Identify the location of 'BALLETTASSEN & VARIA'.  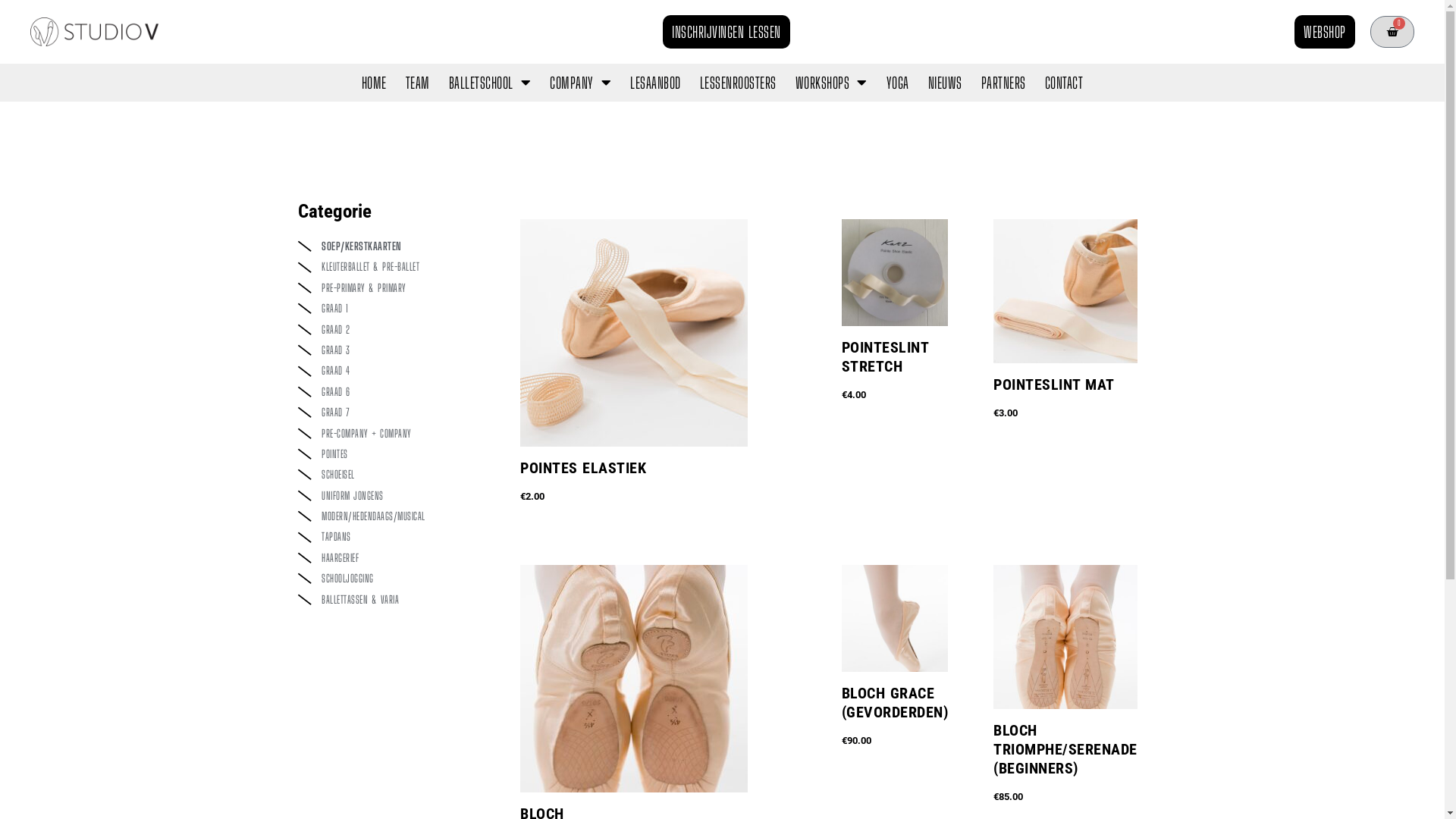
(393, 598).